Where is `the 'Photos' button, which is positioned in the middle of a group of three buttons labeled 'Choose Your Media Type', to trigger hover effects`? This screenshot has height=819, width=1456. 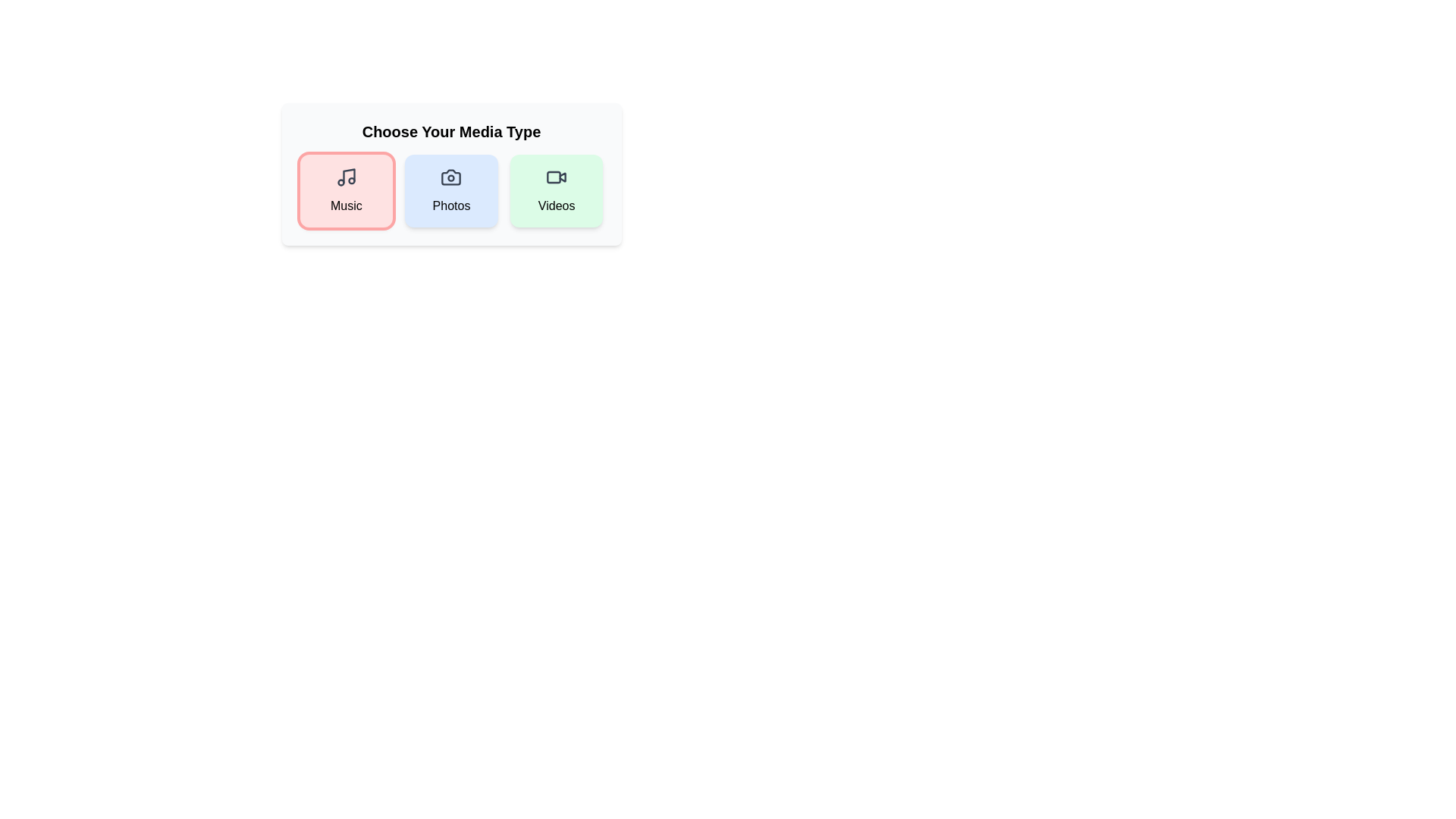
the 'Photos' button, which is positioned in the middle of a group of three buttons labeled 'Choose Your Media Type', to trigger hover effects is located at coordinates (450, 190).